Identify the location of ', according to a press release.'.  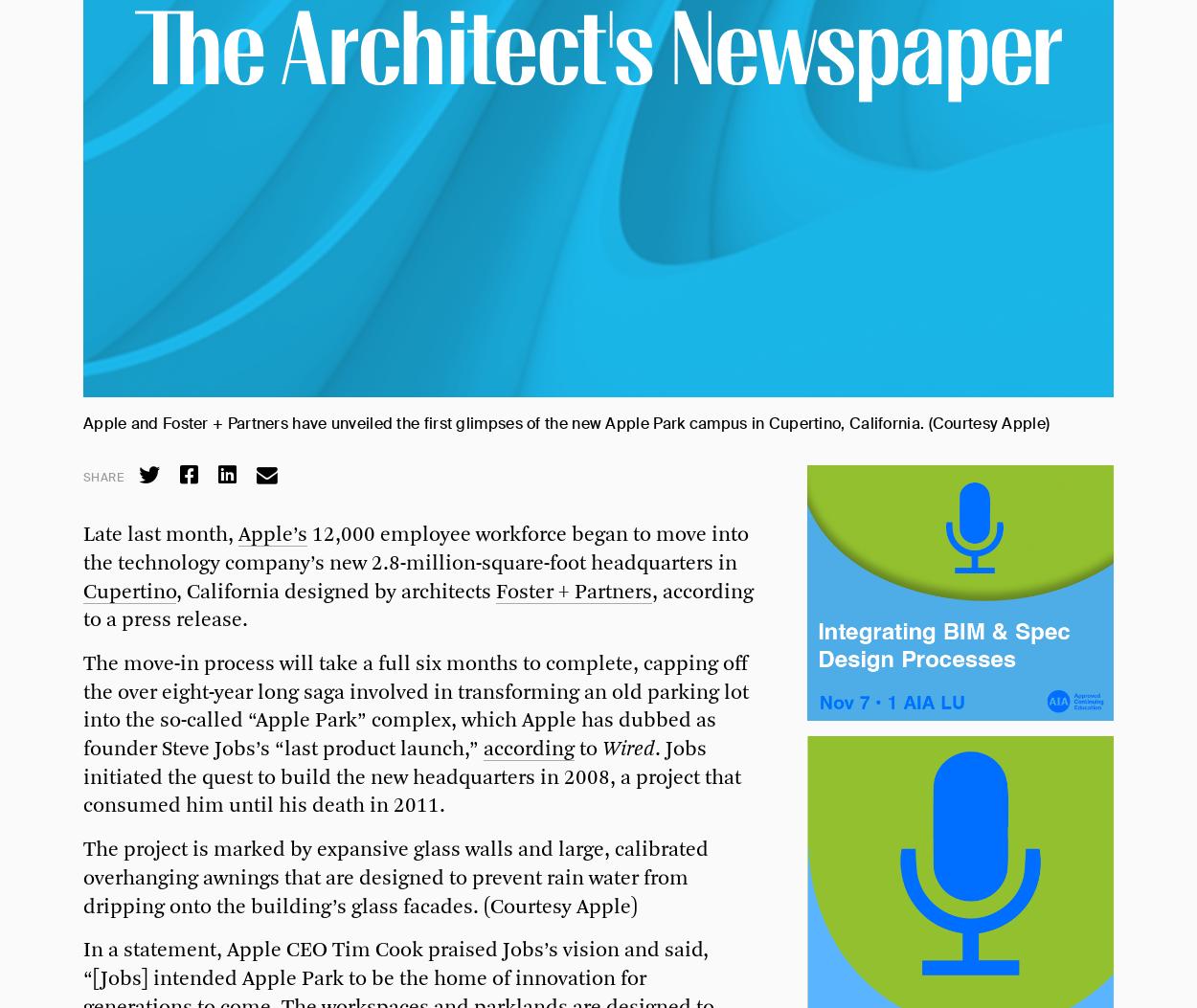
(418, 605).